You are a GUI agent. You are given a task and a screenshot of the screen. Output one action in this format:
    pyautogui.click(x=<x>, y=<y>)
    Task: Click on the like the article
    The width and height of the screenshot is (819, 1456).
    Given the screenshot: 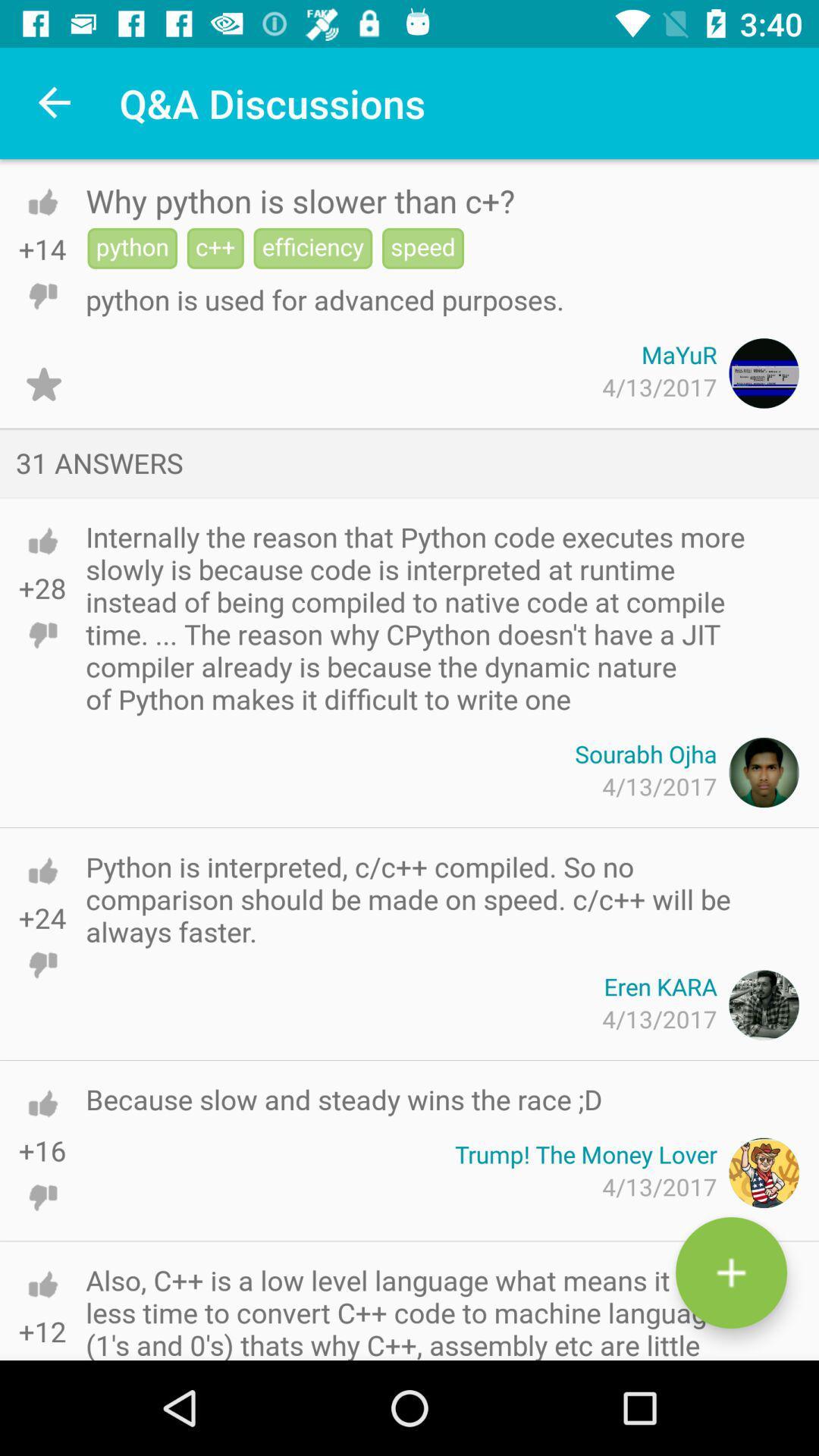 What is the action you would take?
    pyautogui.click(x=42, y=201)
    